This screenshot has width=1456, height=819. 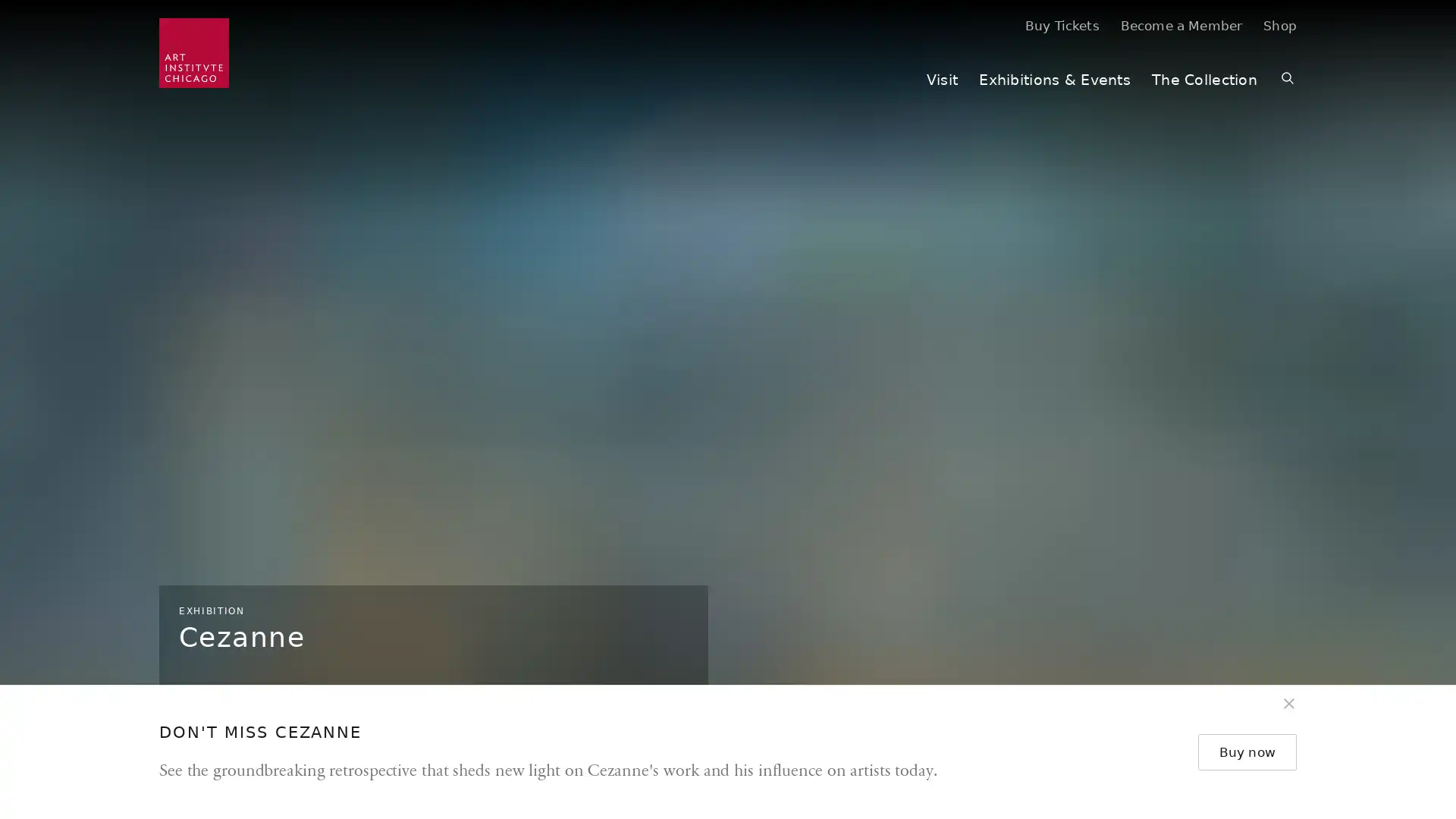 What do you see at coordinates (1251, 752) in the screenshot?
I see `Buy now` at bounding box center [1251, 752].